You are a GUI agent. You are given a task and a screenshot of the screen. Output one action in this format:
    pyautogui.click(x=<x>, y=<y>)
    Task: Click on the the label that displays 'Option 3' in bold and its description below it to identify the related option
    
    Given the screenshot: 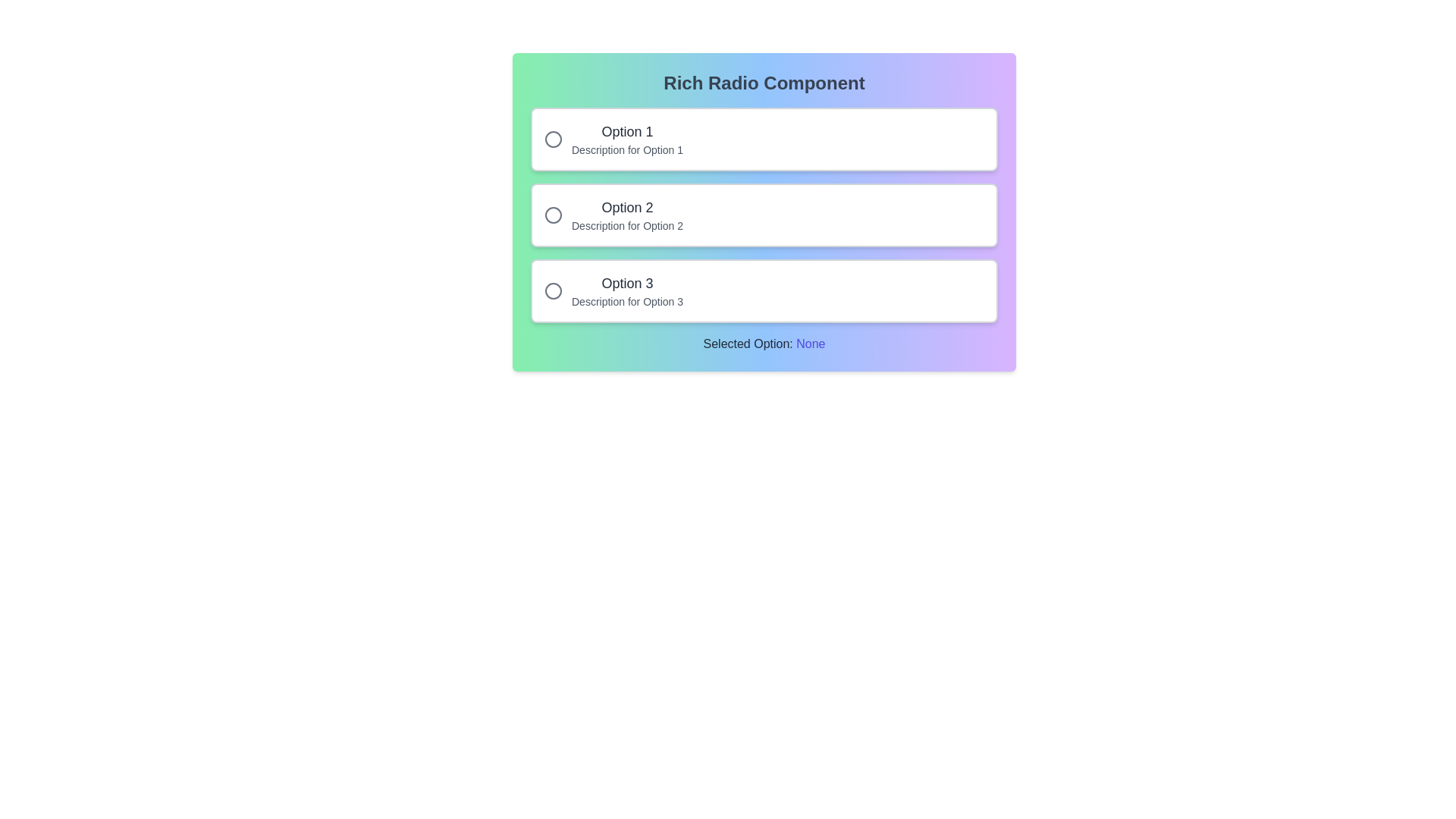 What is the action you would take?
    pyautogui.click(x=627, y=291)
    